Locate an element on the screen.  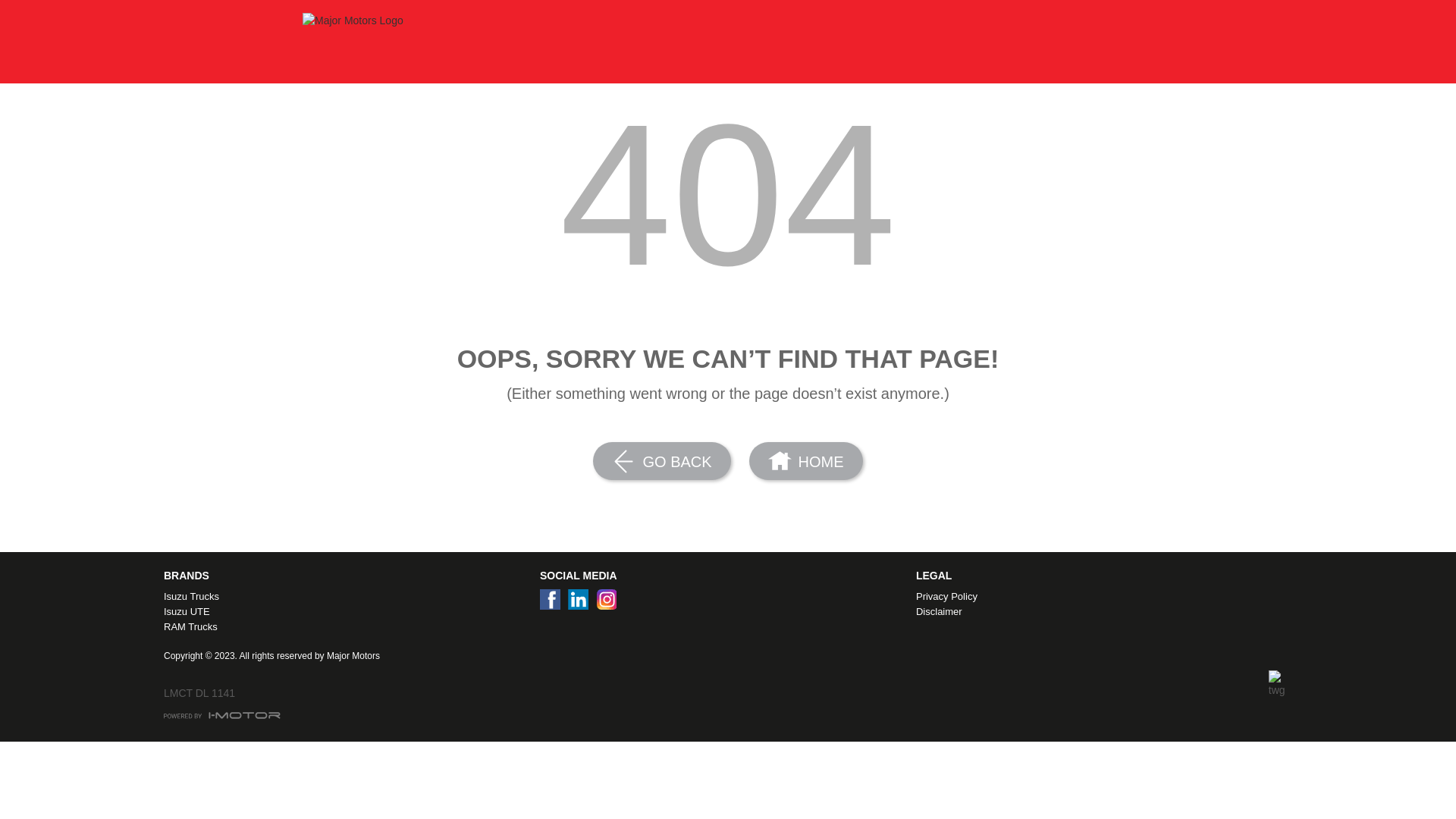
'HOME' is located at coordinates (749, 460).